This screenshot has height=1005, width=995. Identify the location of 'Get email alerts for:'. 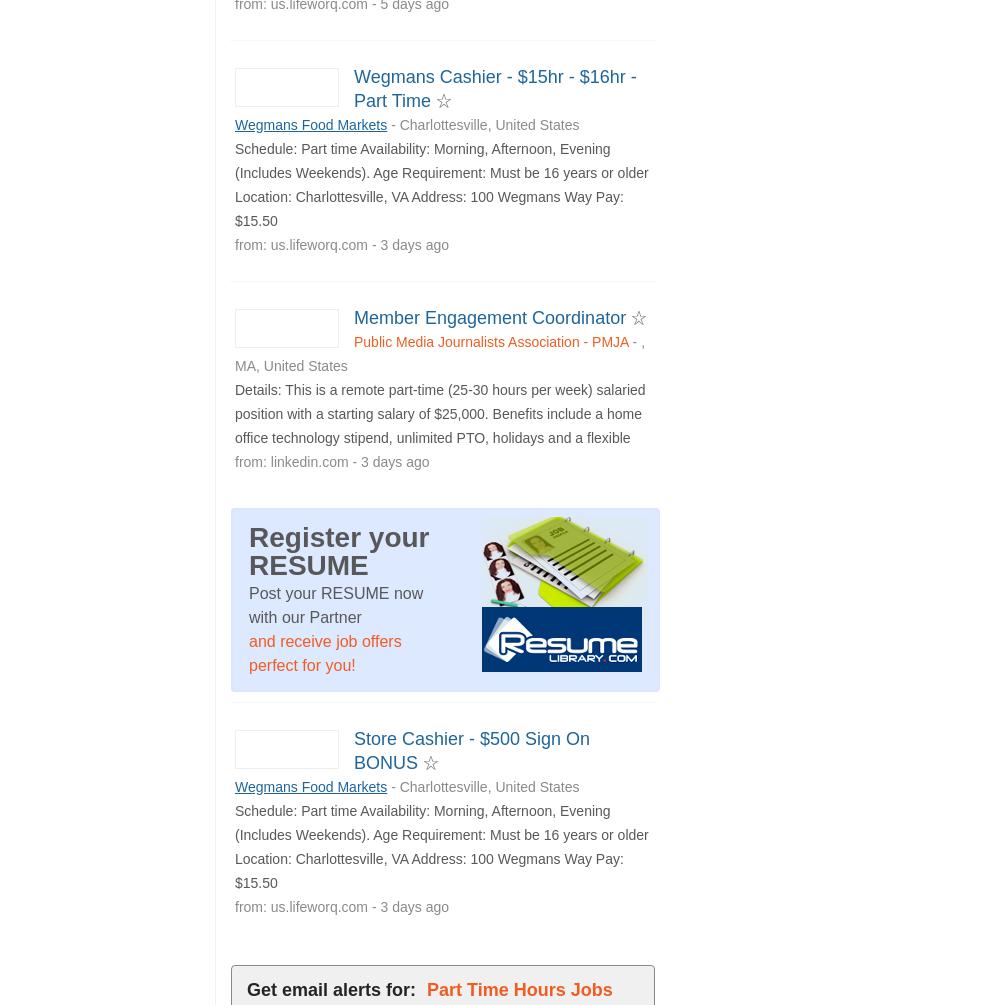
(246, 988).